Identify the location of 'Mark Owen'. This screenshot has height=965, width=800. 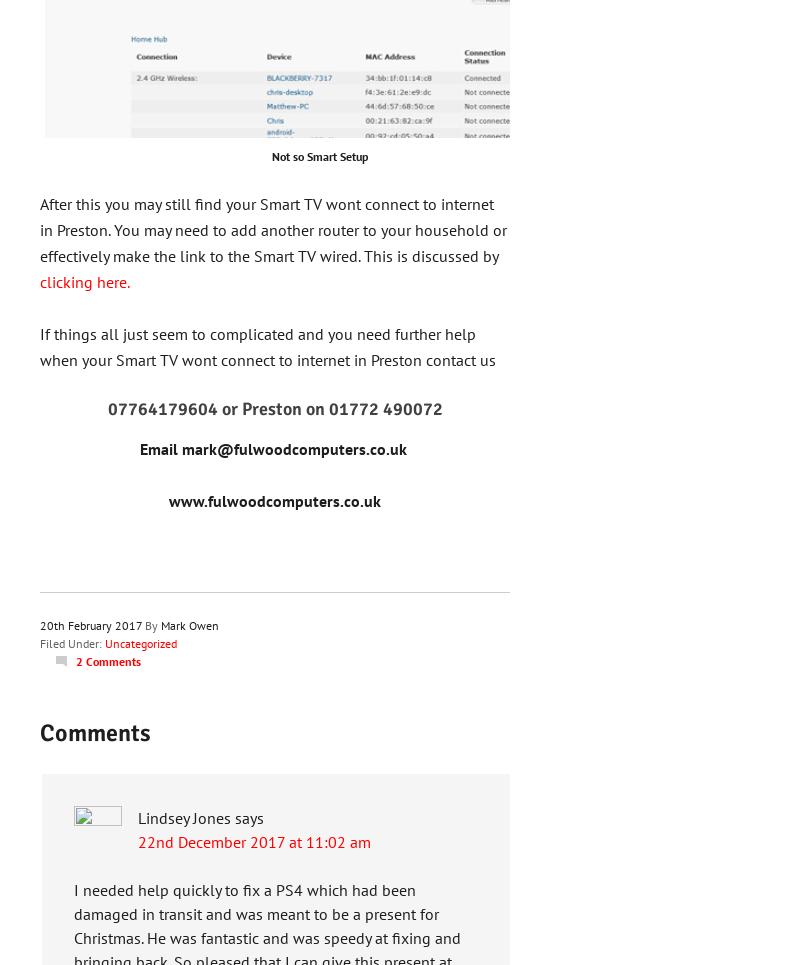
(189, 624).